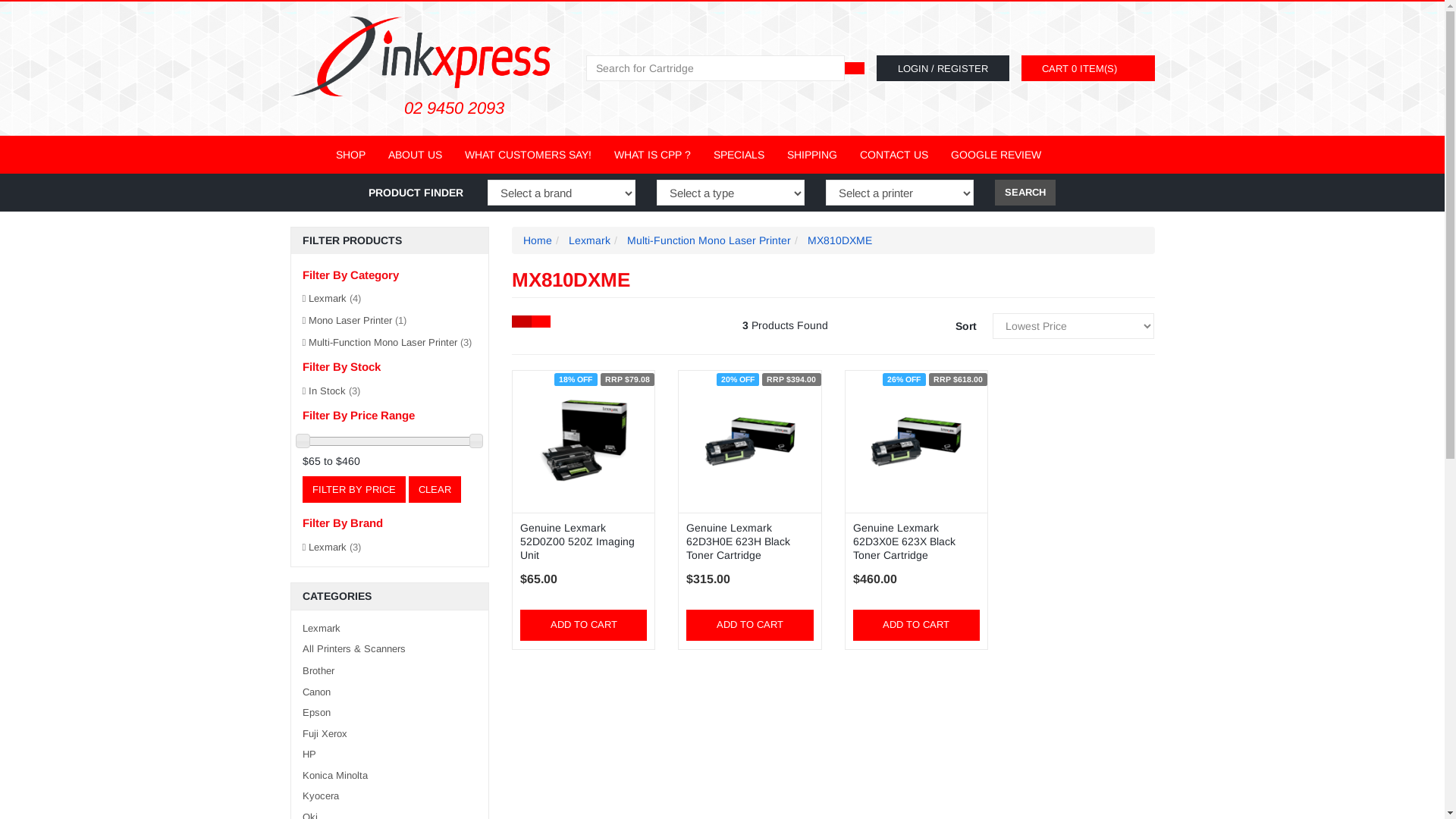 Image resolution: width=1456 pixels, height=819 pixels. I want to click on 'Konica Minolta', so click(291, 776).